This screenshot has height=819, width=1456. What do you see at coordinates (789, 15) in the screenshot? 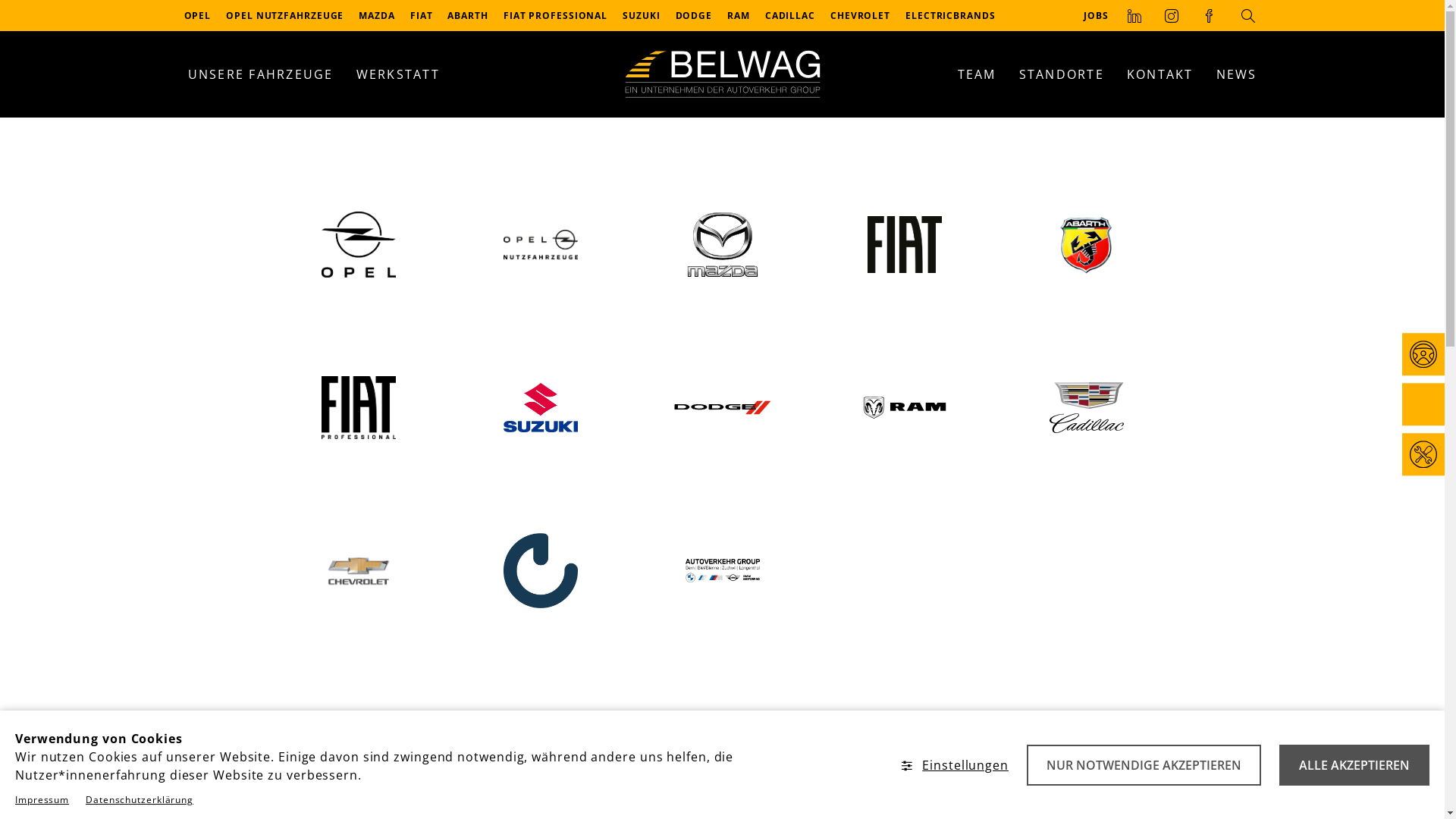
I see `'CADILLAC'` at bounding box center [789, 15].